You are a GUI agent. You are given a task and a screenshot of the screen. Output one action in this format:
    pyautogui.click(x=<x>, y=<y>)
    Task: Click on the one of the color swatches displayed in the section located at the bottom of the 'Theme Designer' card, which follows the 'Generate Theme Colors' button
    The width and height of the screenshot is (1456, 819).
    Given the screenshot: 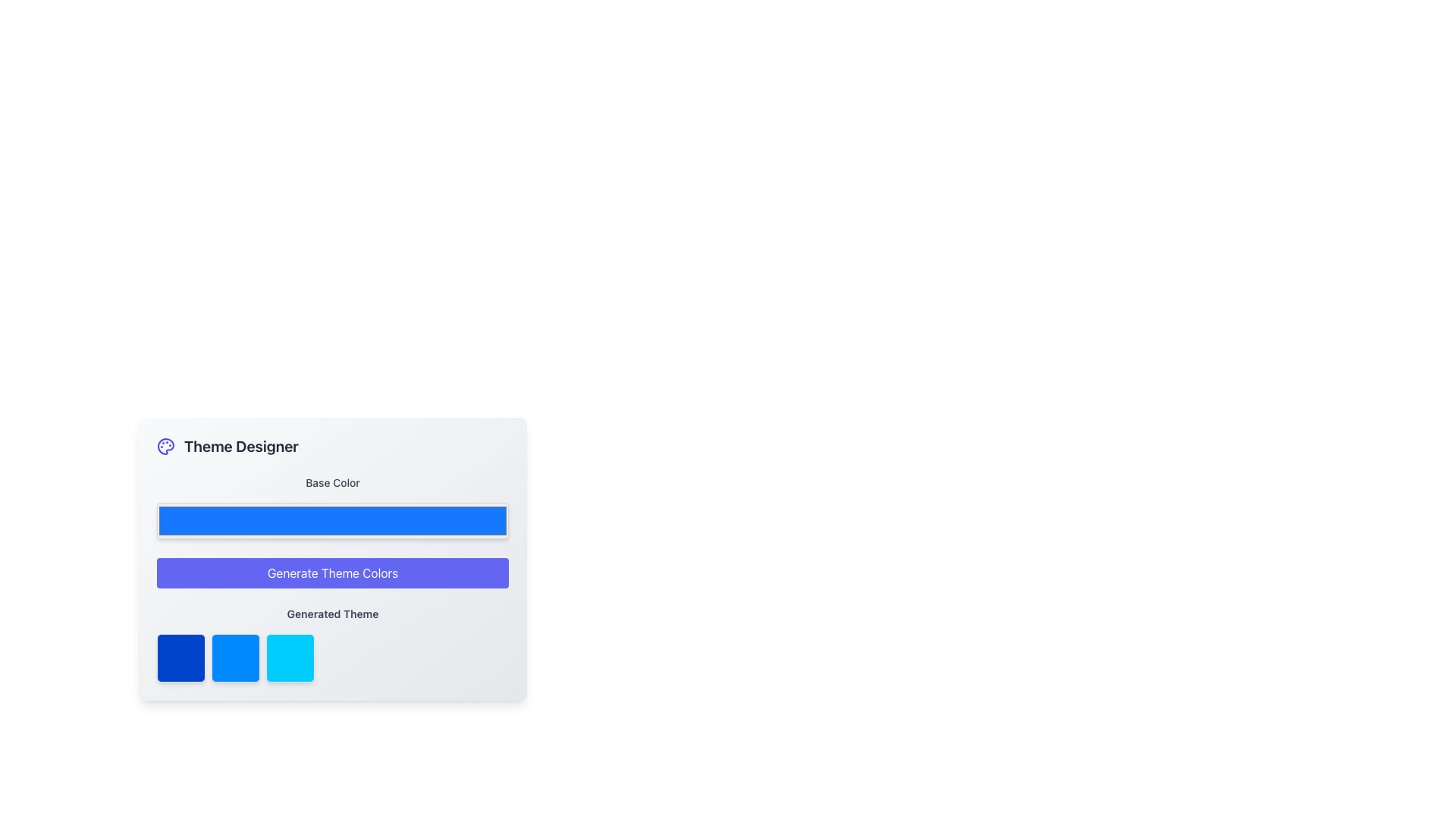 What is the action you would take?
    pyautogui.click(x=331, y=644)
    